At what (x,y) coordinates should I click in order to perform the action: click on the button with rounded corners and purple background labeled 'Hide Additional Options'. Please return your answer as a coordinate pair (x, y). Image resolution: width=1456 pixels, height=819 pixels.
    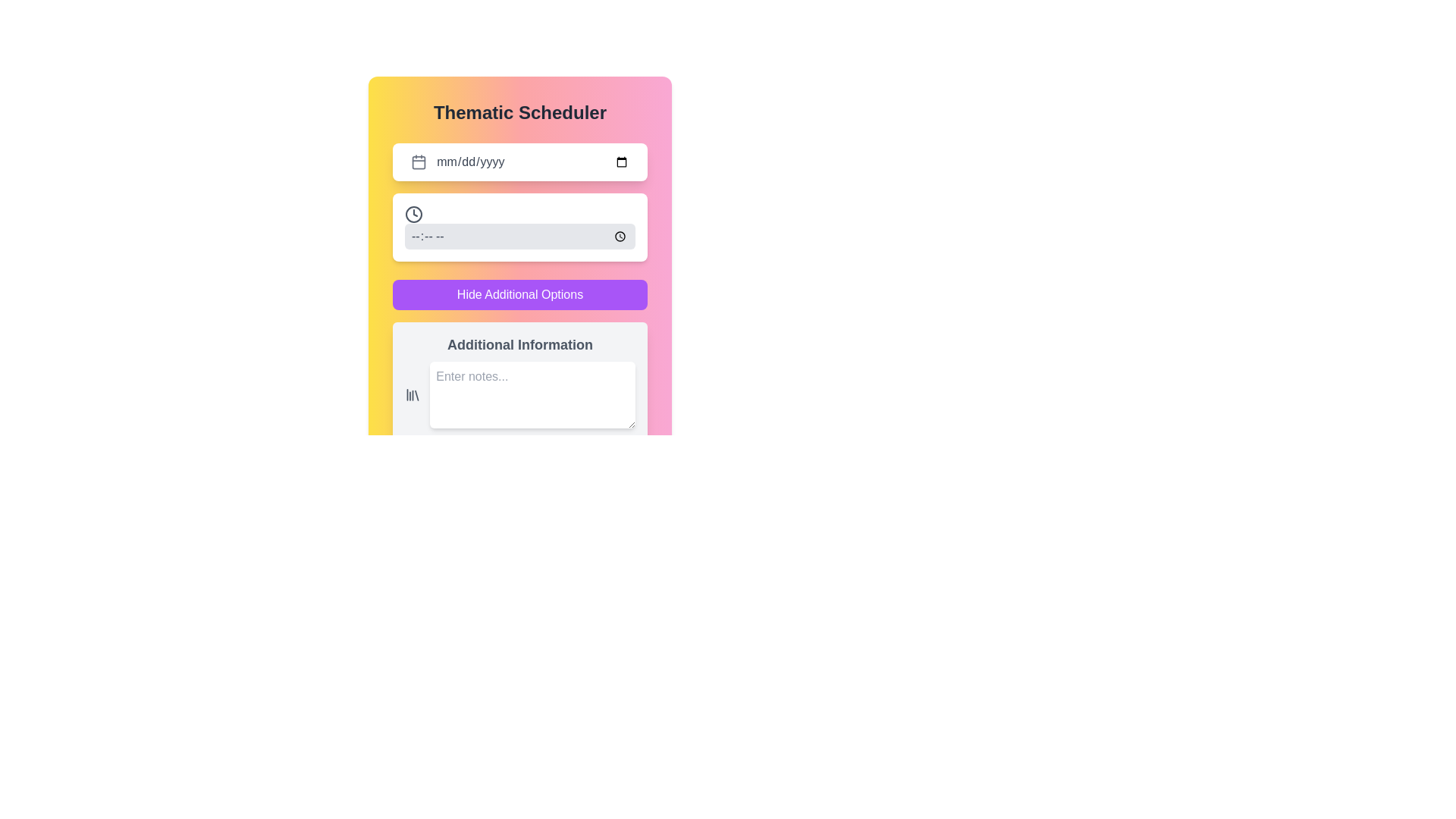
    Looking at the image, I should click on (520, 295).